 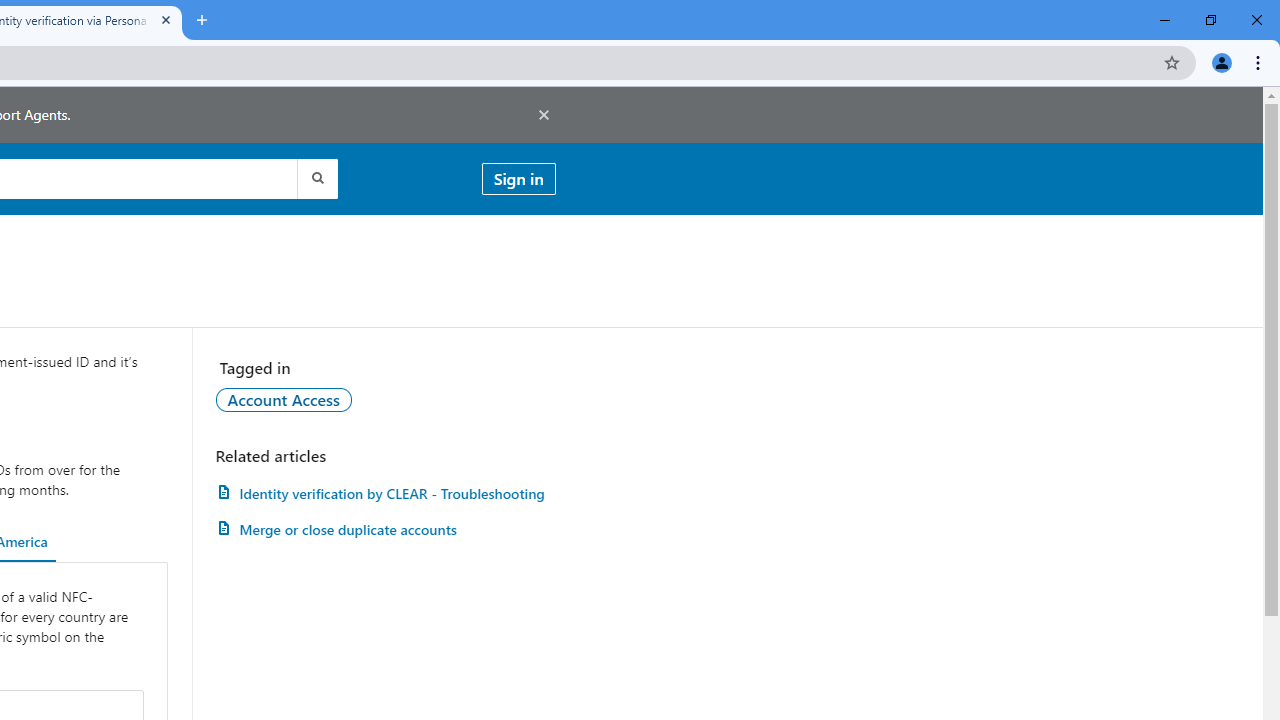 I want to click on 'Merge or close duplicate accounts', so click(x=385, y=528).